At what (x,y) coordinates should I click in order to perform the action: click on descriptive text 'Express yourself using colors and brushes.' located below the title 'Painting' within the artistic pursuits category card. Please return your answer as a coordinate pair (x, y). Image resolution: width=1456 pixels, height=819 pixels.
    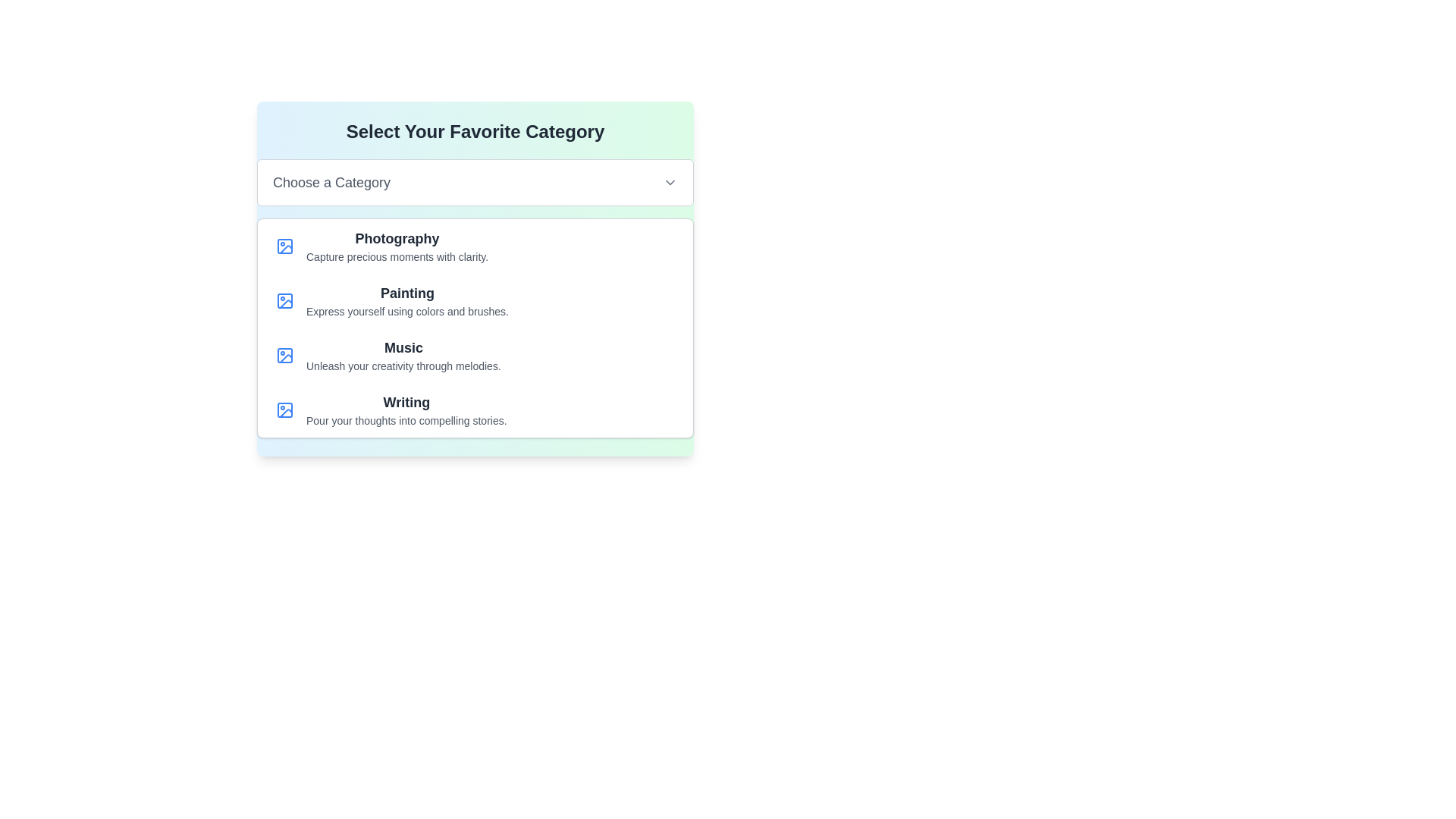
    Looking at the image, I should click on (407, 311).